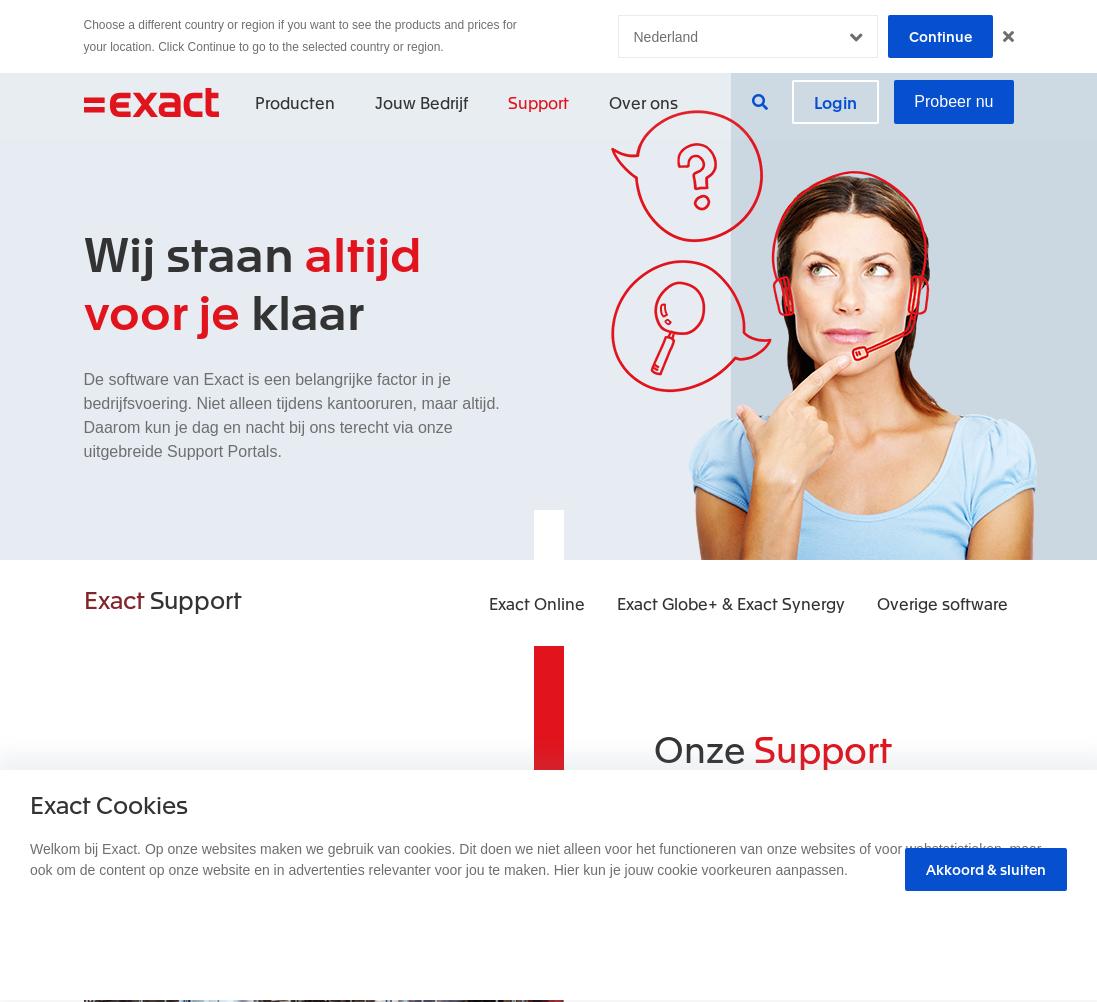 The width and height of the screenshot is (1097, 1002). I want to click on 'Overige software', so click(940, 602).